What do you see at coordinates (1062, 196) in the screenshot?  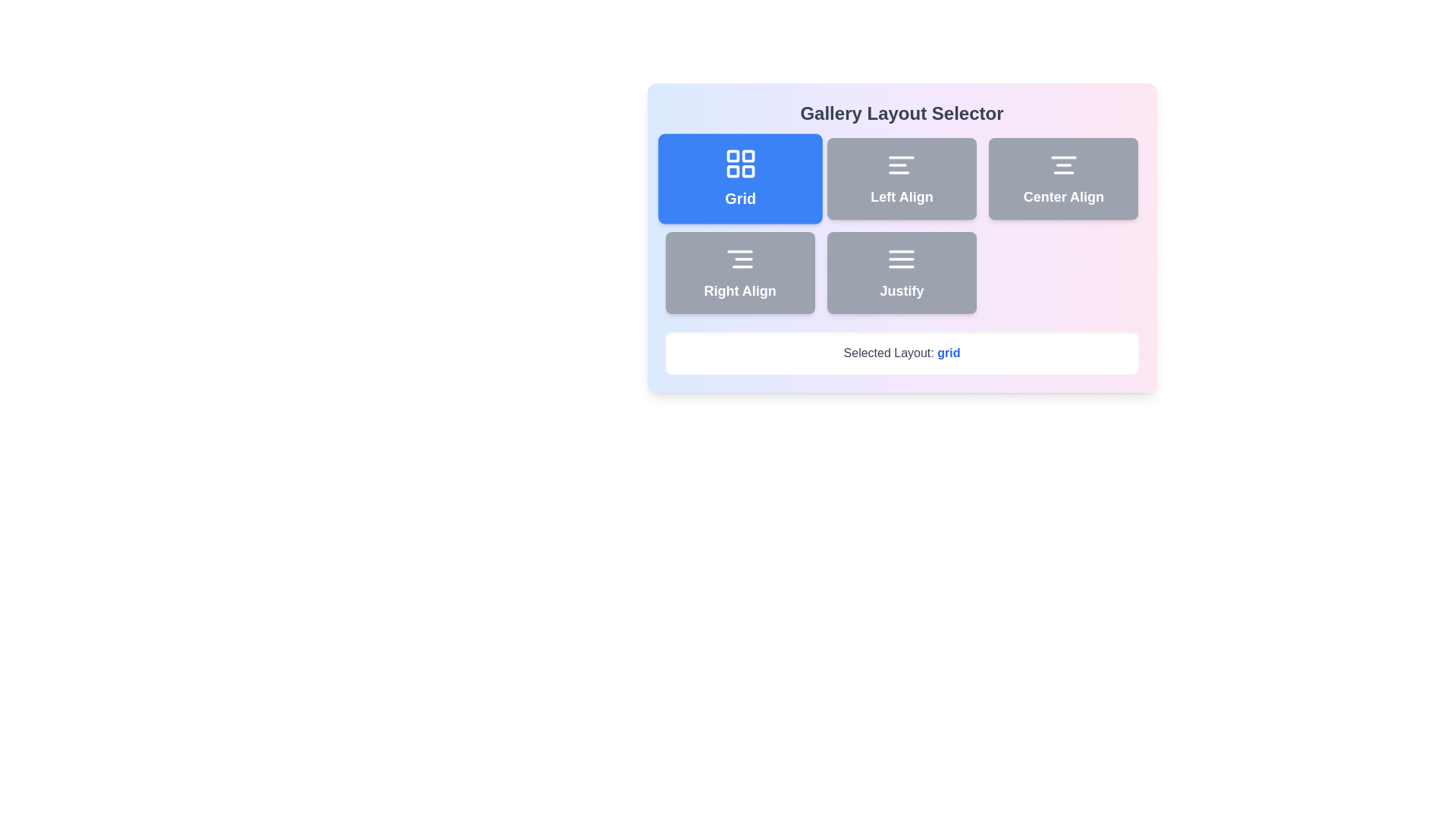 I see `'Center Align' text label located at the bottom segment of the 'Center Align' button in the layout selector` at bounding box center [1062, 196].